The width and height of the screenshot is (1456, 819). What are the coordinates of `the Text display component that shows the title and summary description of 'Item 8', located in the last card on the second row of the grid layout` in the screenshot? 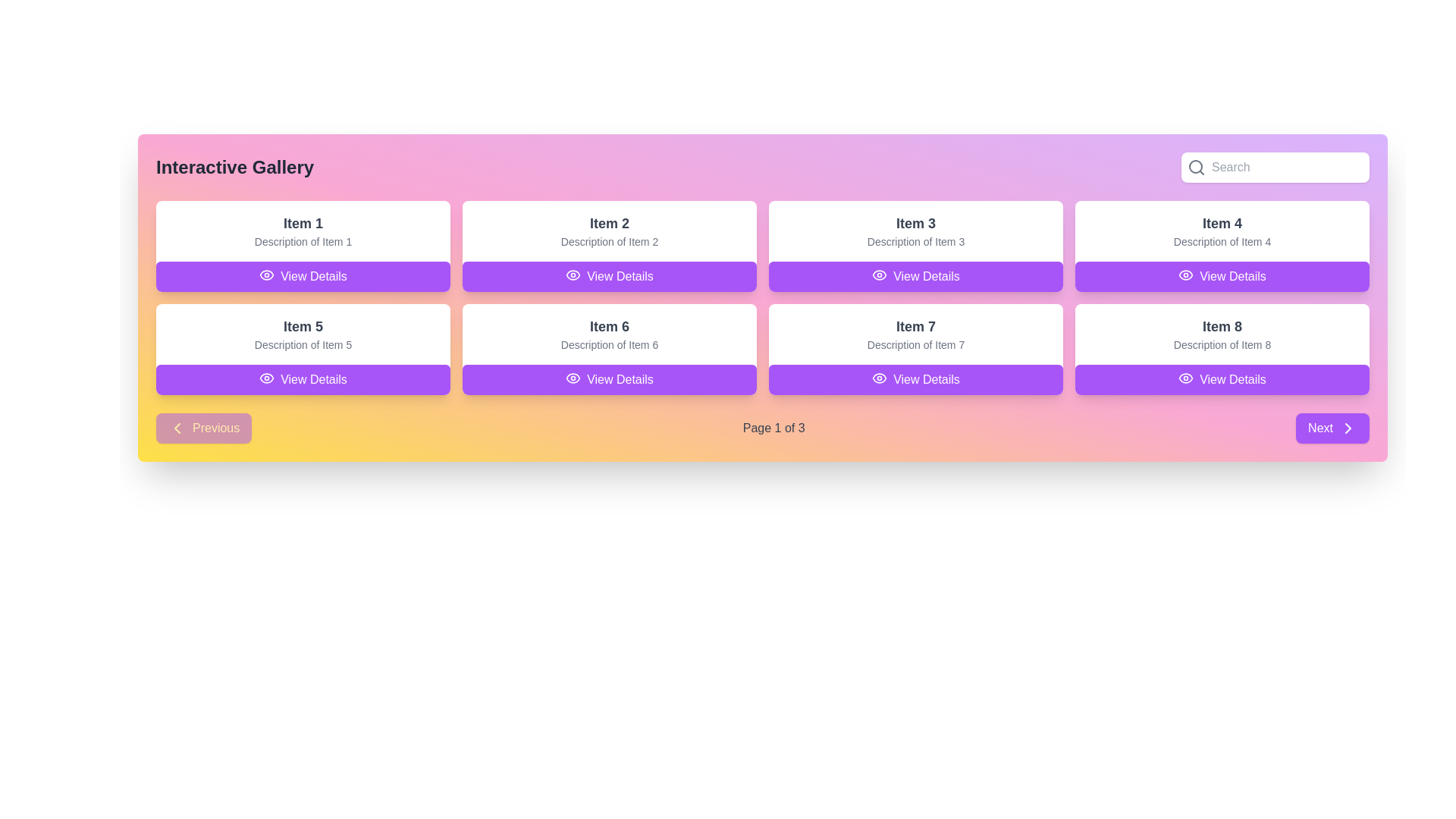 It's located at (1222, 333).